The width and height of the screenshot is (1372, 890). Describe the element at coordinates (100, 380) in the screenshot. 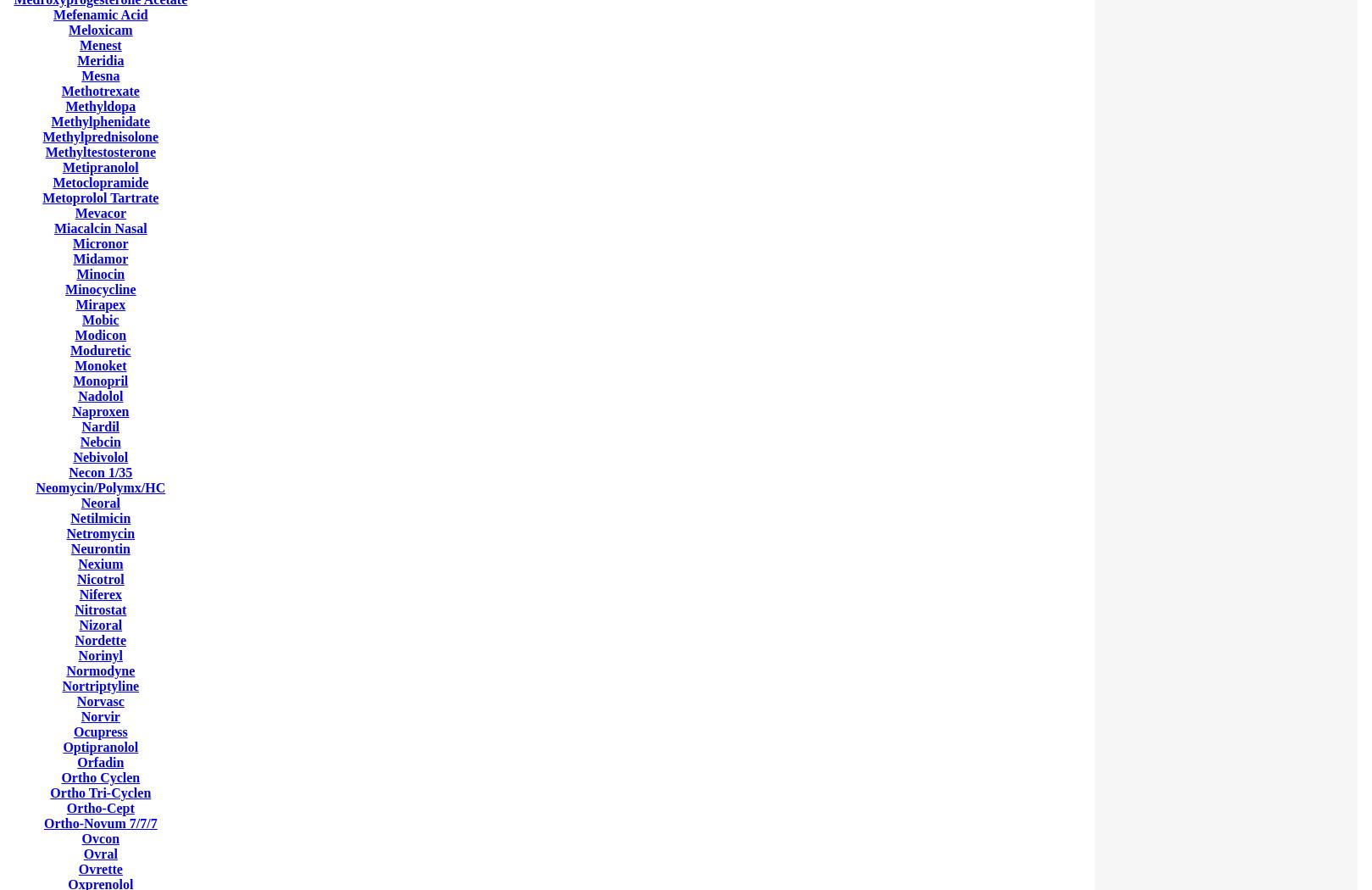

I see `'Monopril'` at that location.